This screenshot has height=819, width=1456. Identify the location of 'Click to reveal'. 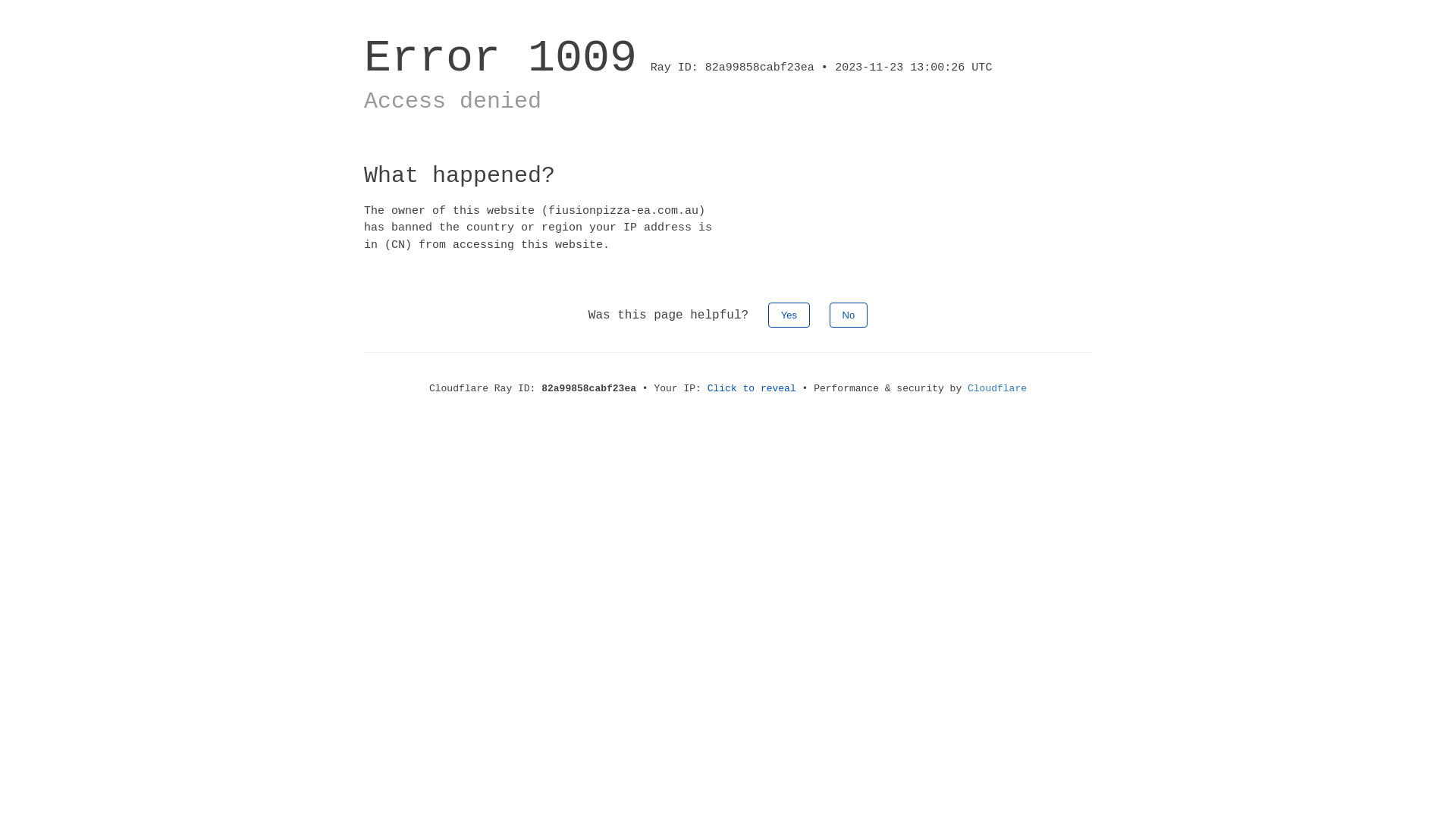
(752, 388).